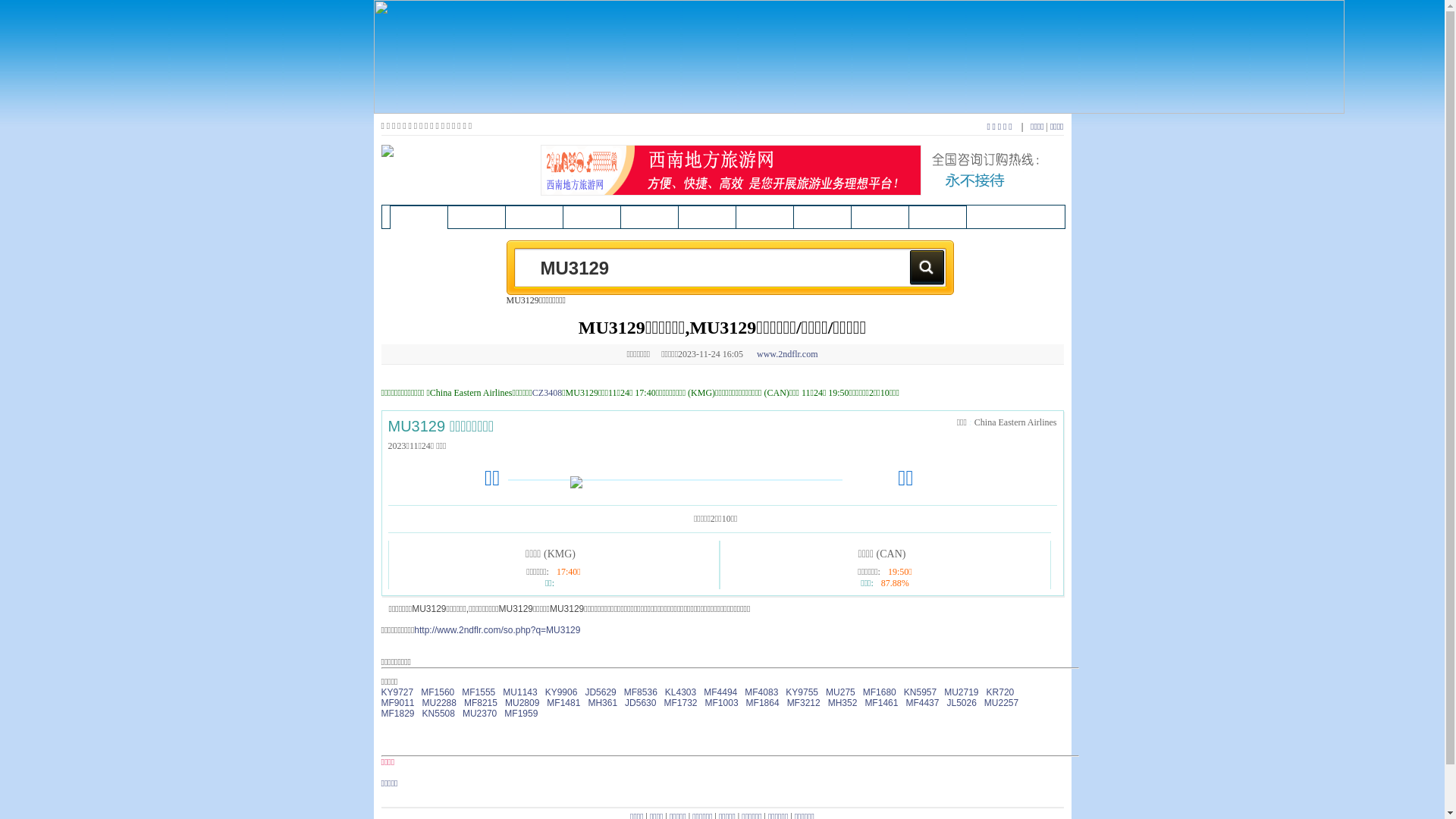 Image resolution: width=1456 pixels, height=819 pixels. What do you see at coordinates (505, 702) in the screenshot?
I see `'MU2809'` at bounding box center [505, 702].